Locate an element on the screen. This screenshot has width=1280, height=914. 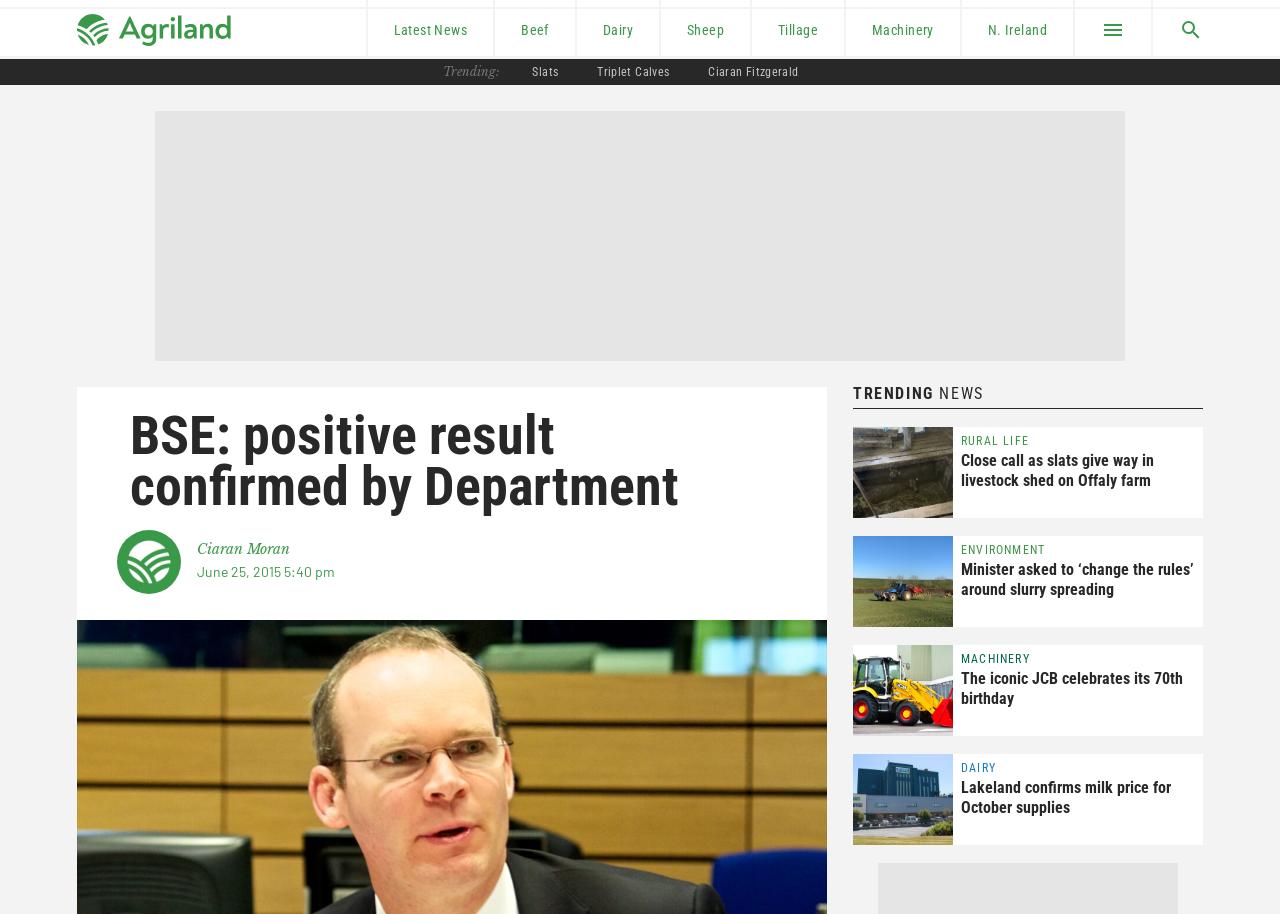
'Ciaran Moran' is located at coordinates (242, 547).